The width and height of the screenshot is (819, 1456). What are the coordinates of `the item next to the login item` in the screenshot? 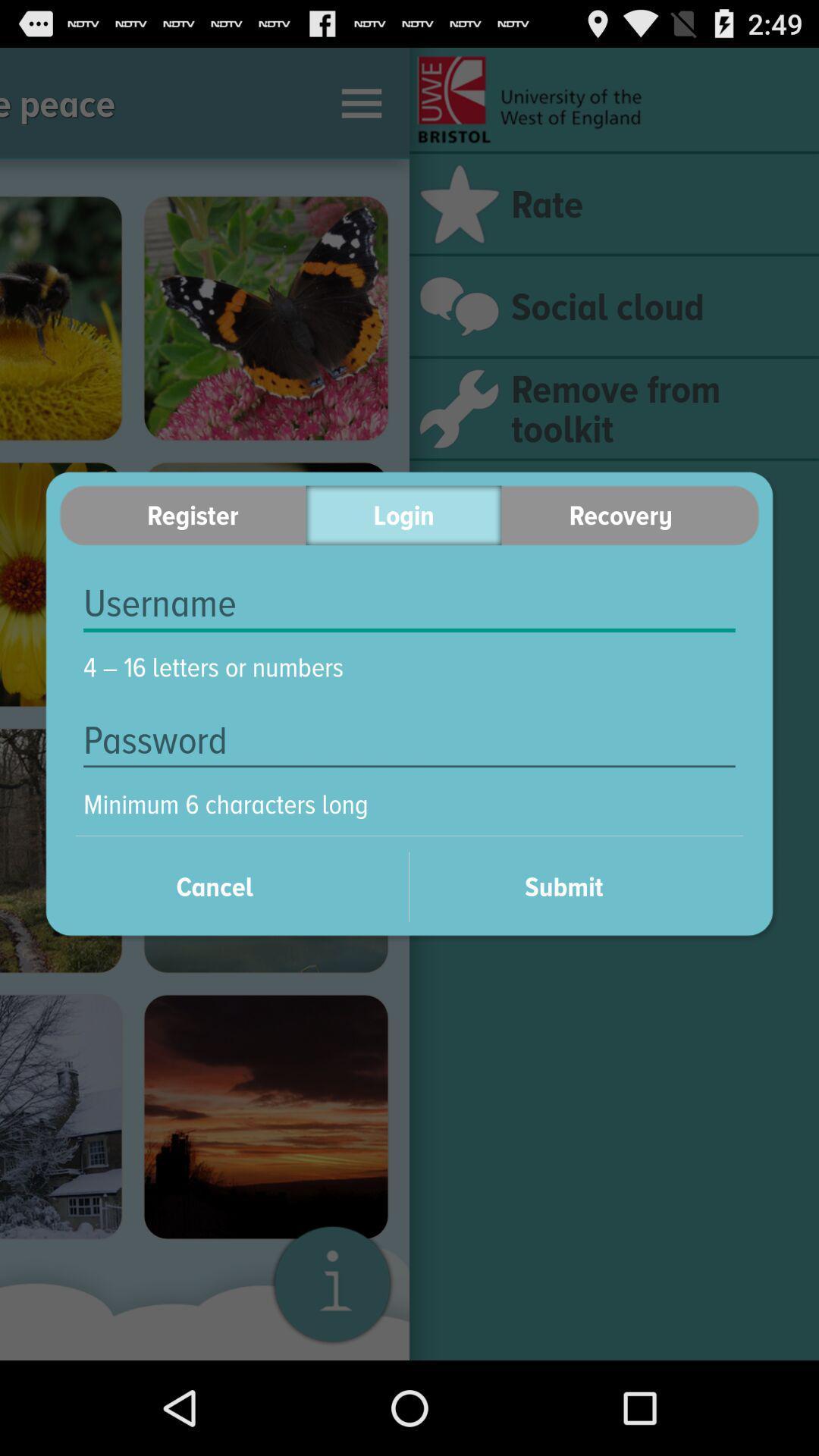 It's located at (182, 515).